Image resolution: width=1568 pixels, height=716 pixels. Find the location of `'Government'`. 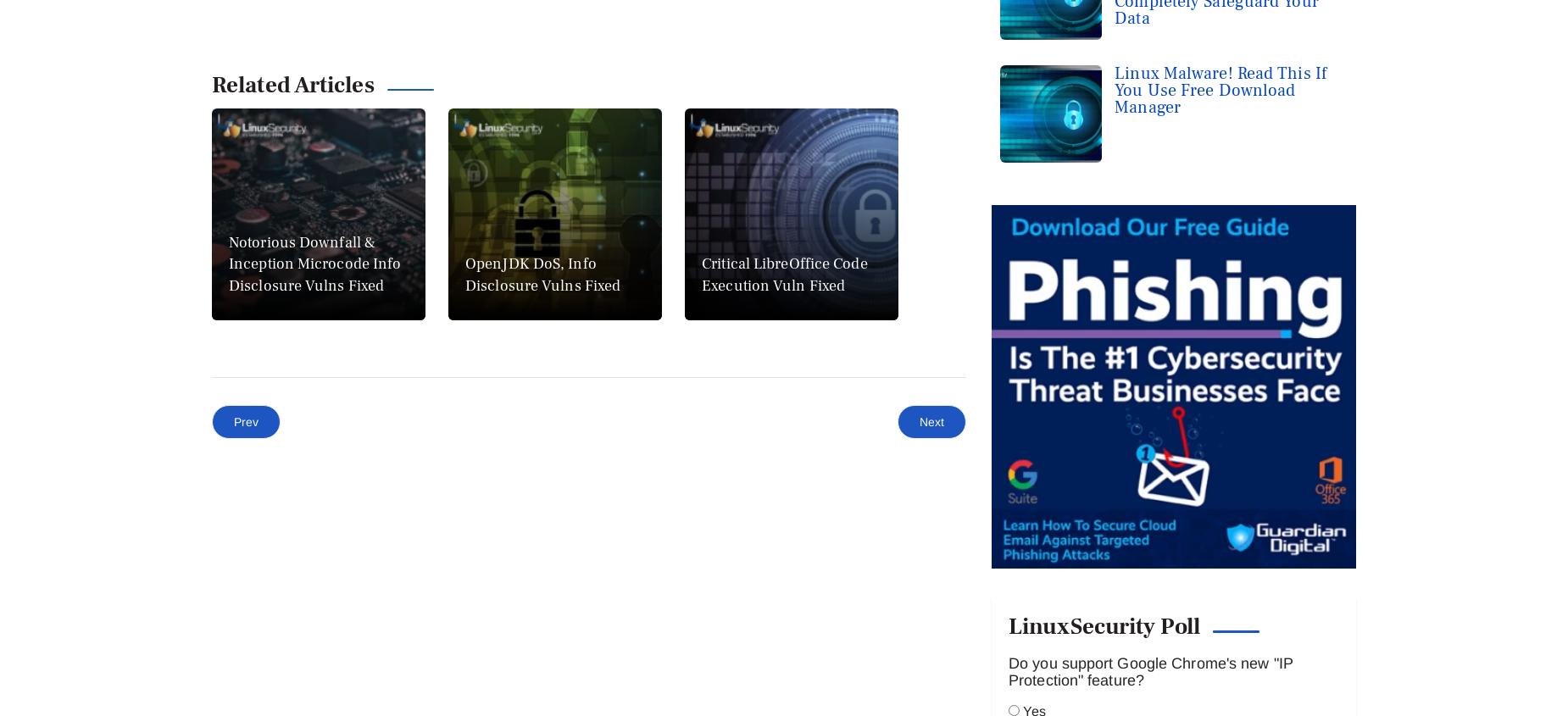

'Government' is located at coordinates (231, 676).